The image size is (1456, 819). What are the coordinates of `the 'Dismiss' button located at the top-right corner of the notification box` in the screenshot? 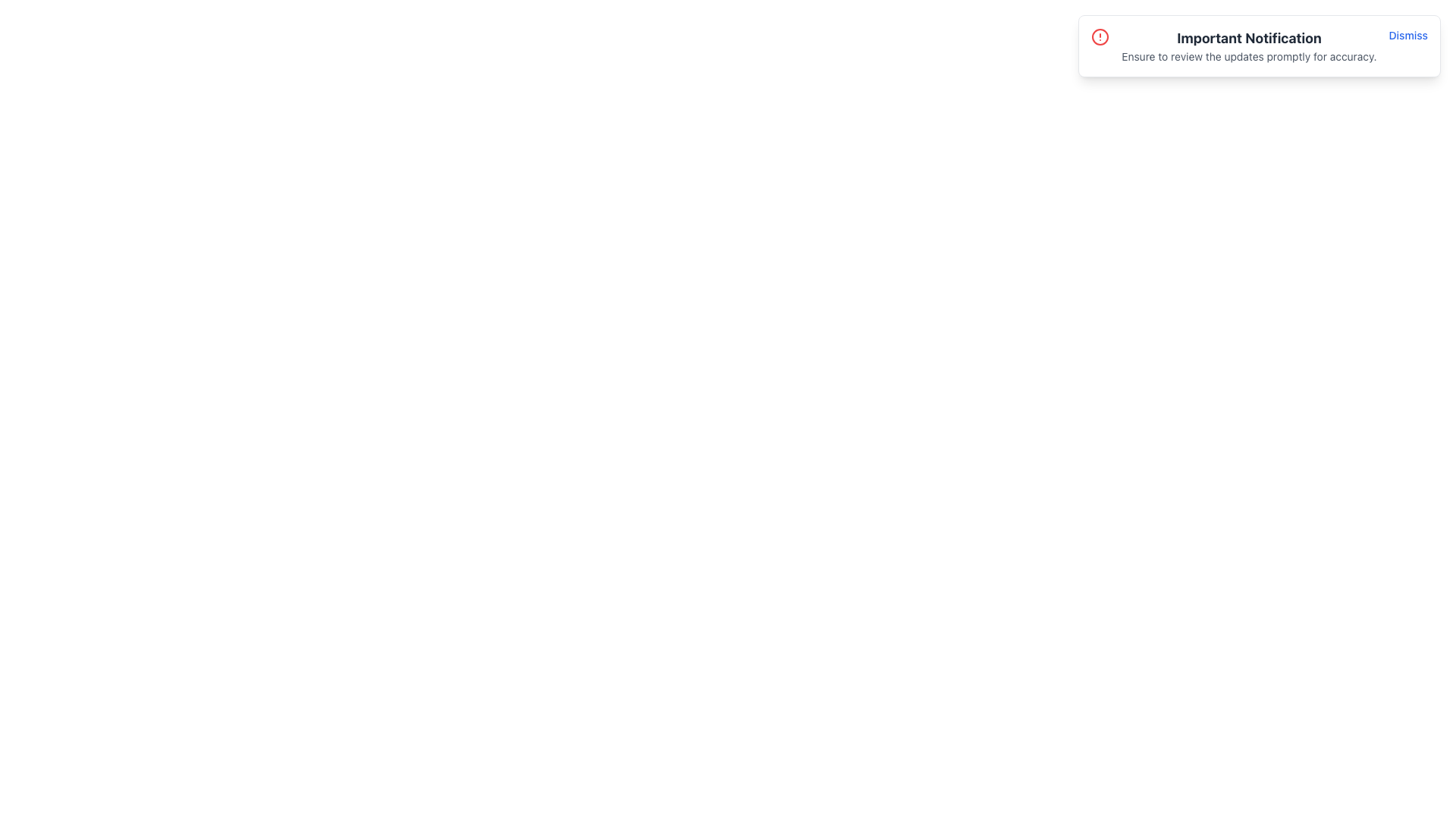 It's located at (1407, 34).